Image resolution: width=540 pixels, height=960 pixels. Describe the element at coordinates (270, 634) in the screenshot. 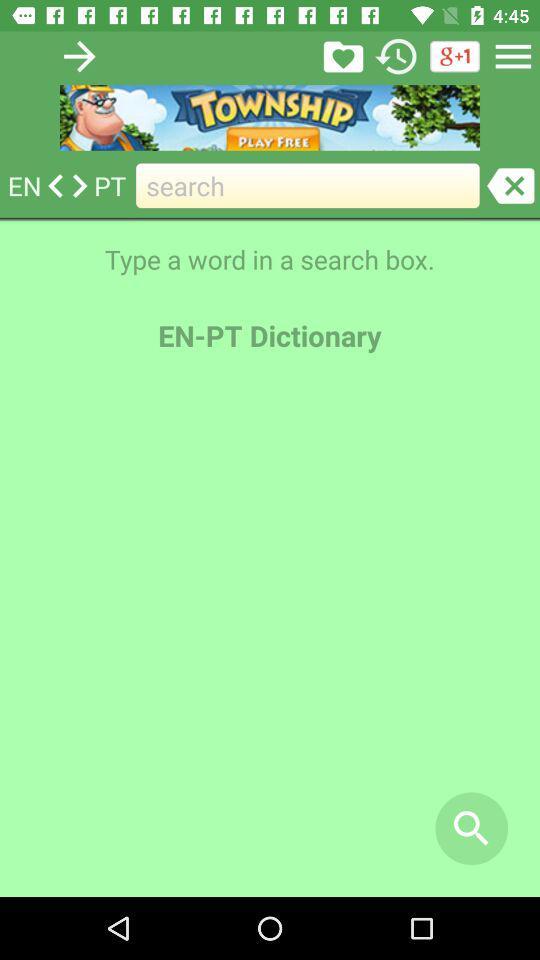

I see `item at the center` at that location.